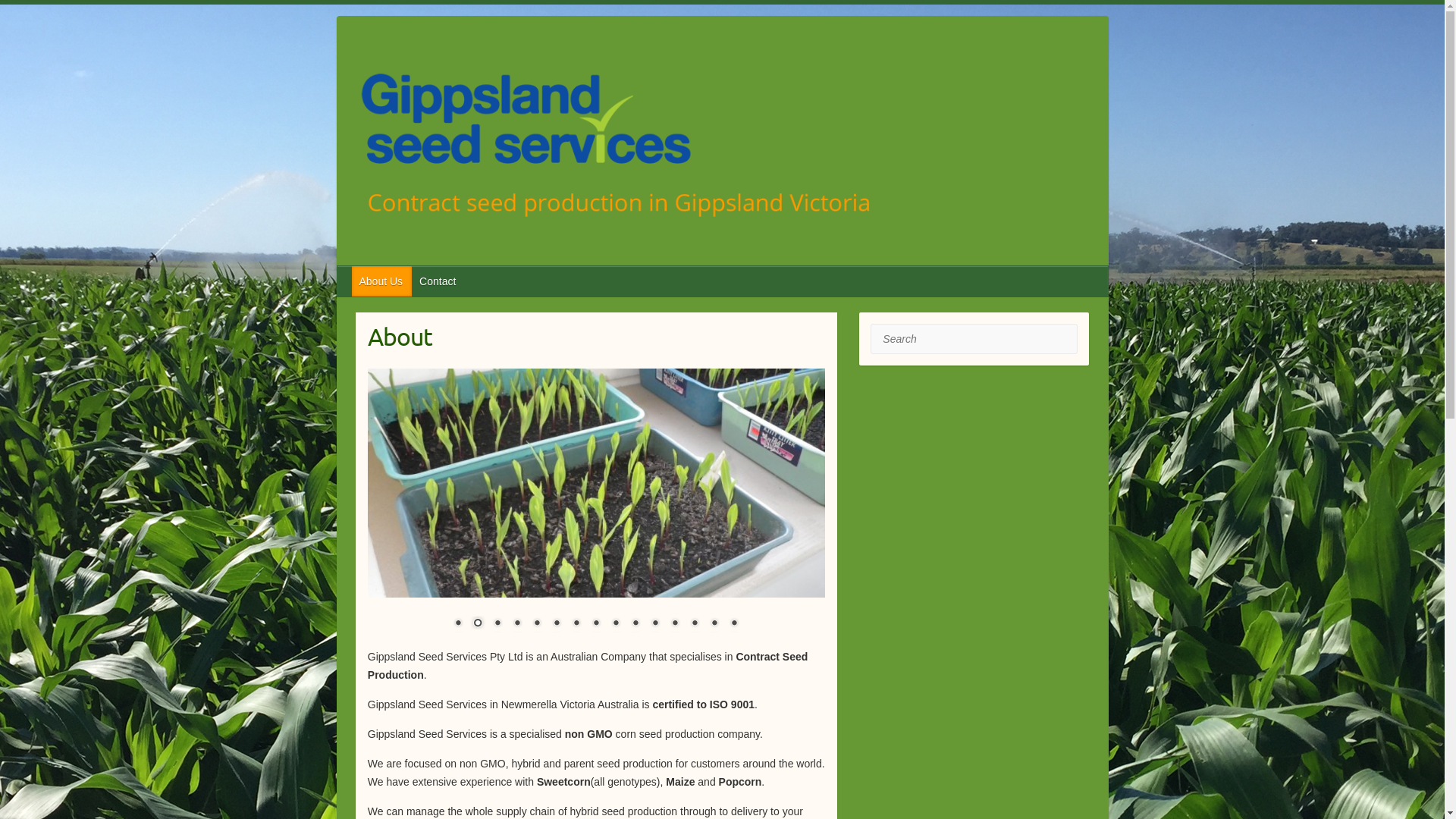 The image size is (1456, 819). Describe the element at coordinates (548, 623) in the screenshot. I see `'6'` at that location.